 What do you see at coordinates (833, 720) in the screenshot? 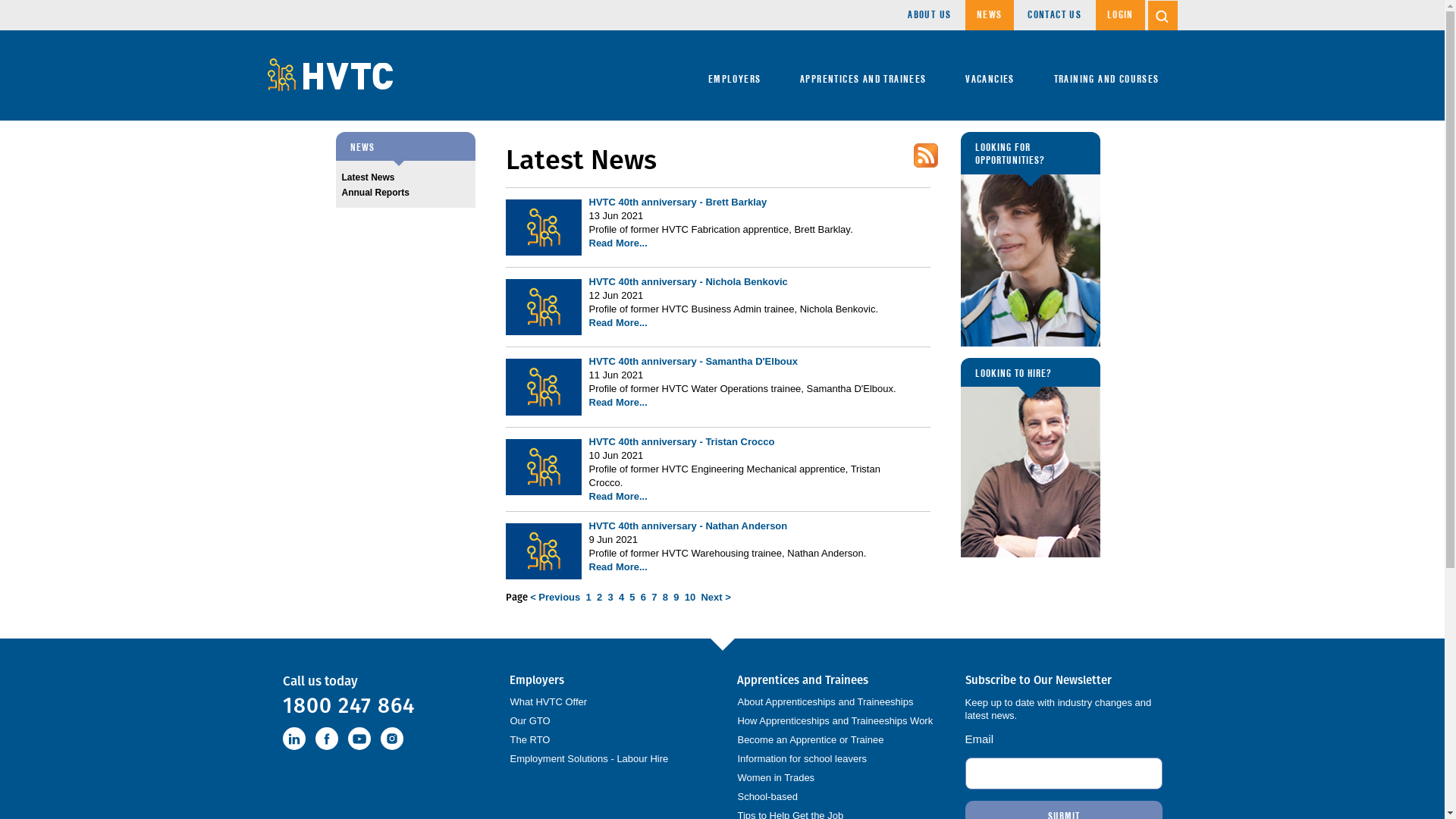
I see `'How Apprenticeships and Traineeships Work'` at bounding box center [833, 720].